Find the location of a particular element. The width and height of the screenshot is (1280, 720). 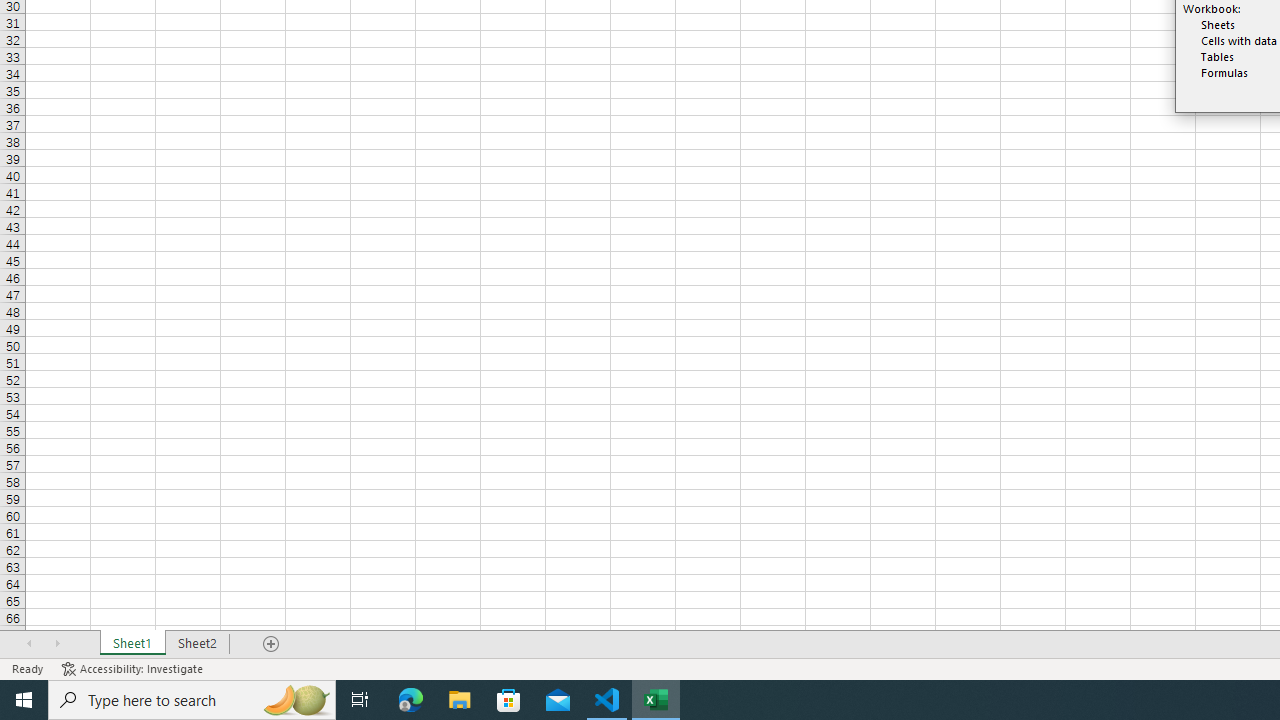

'Microsoft Edge' is located at coordinates (410, 698).